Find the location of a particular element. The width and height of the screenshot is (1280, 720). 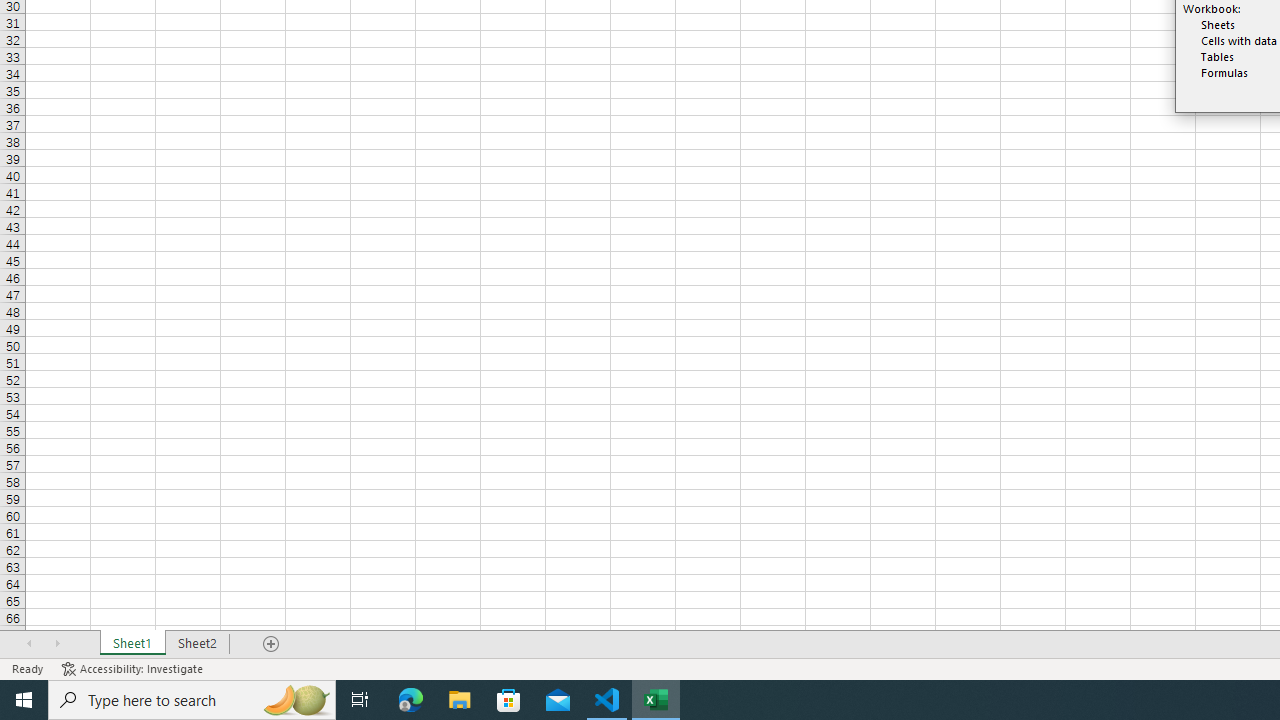

'Microsoft Edge' is located at coordinates (410, 698).